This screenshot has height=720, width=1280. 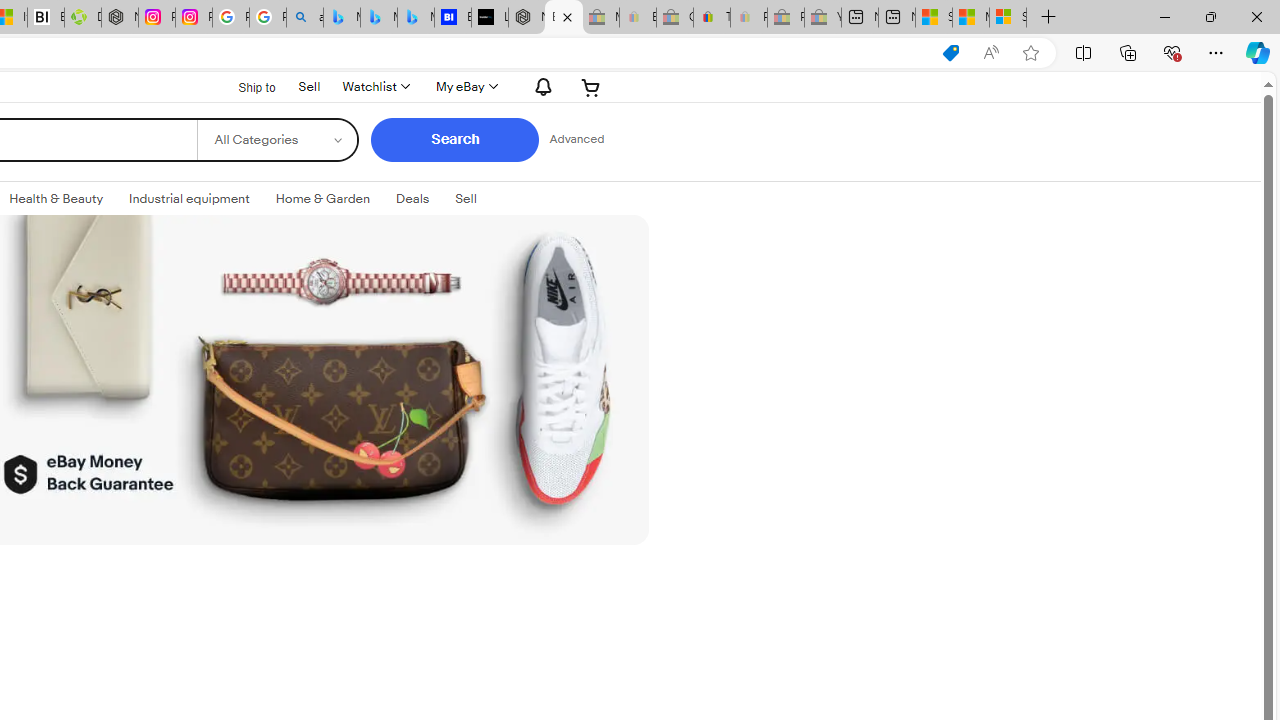 What do you see at coordinates (189, 199) in the screenshot?
I see `'Industrial equipmentExpand: Industrial equipment'` at bounding box center [189, 199].